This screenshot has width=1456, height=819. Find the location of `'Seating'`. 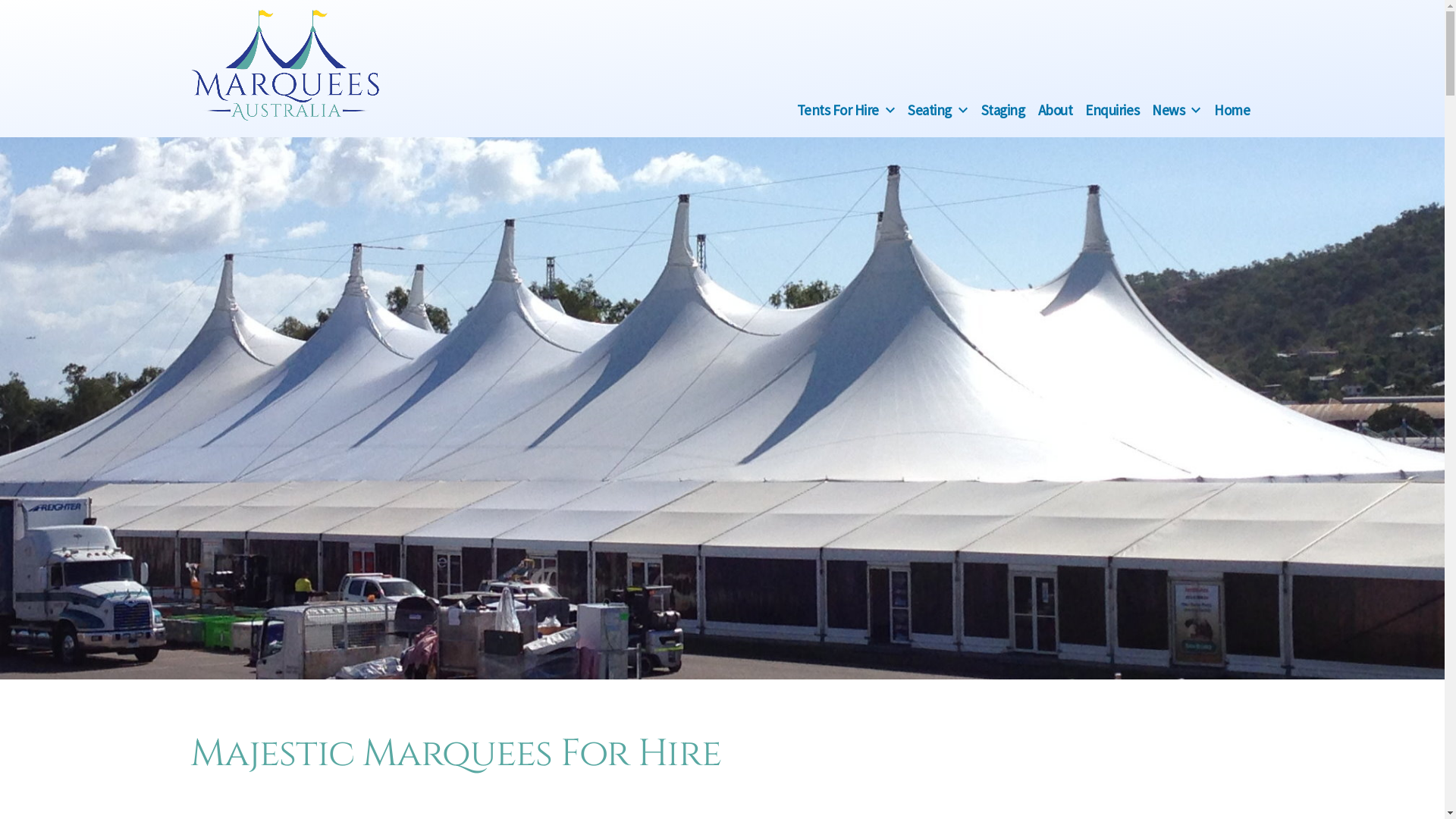

'Seating' is located at coordinates (928, 108).